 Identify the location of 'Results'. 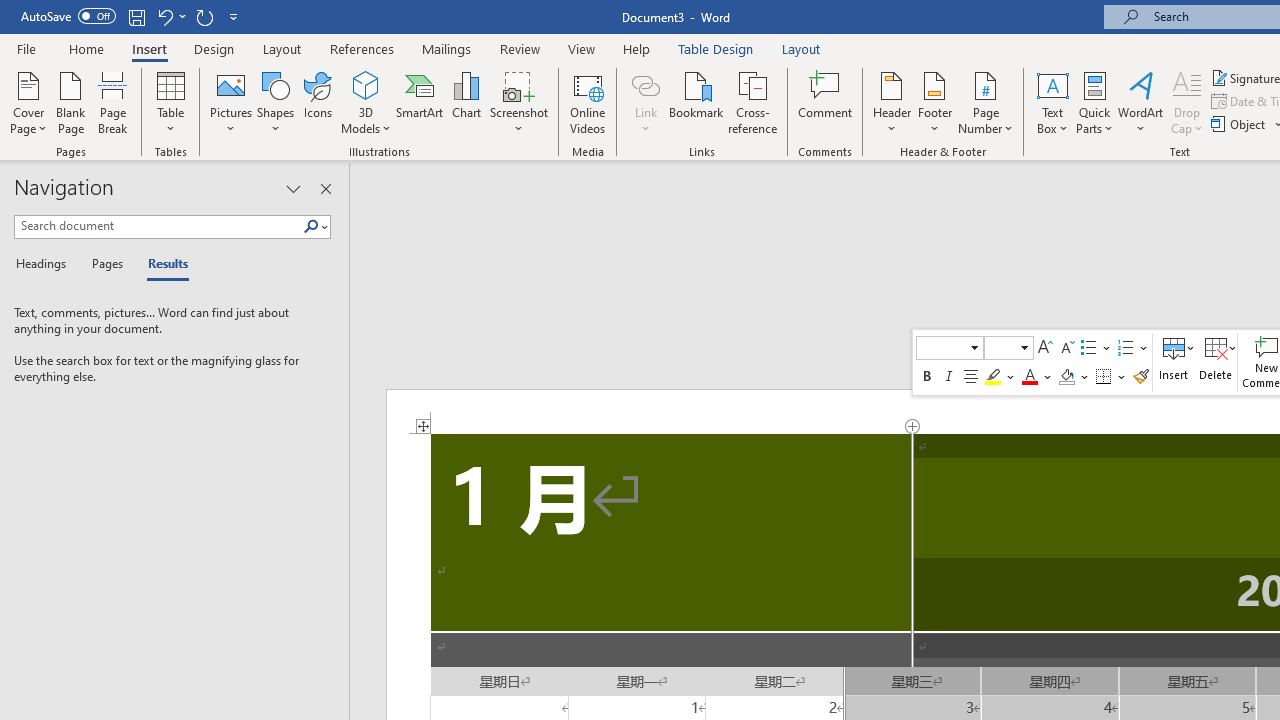
(161, 264).